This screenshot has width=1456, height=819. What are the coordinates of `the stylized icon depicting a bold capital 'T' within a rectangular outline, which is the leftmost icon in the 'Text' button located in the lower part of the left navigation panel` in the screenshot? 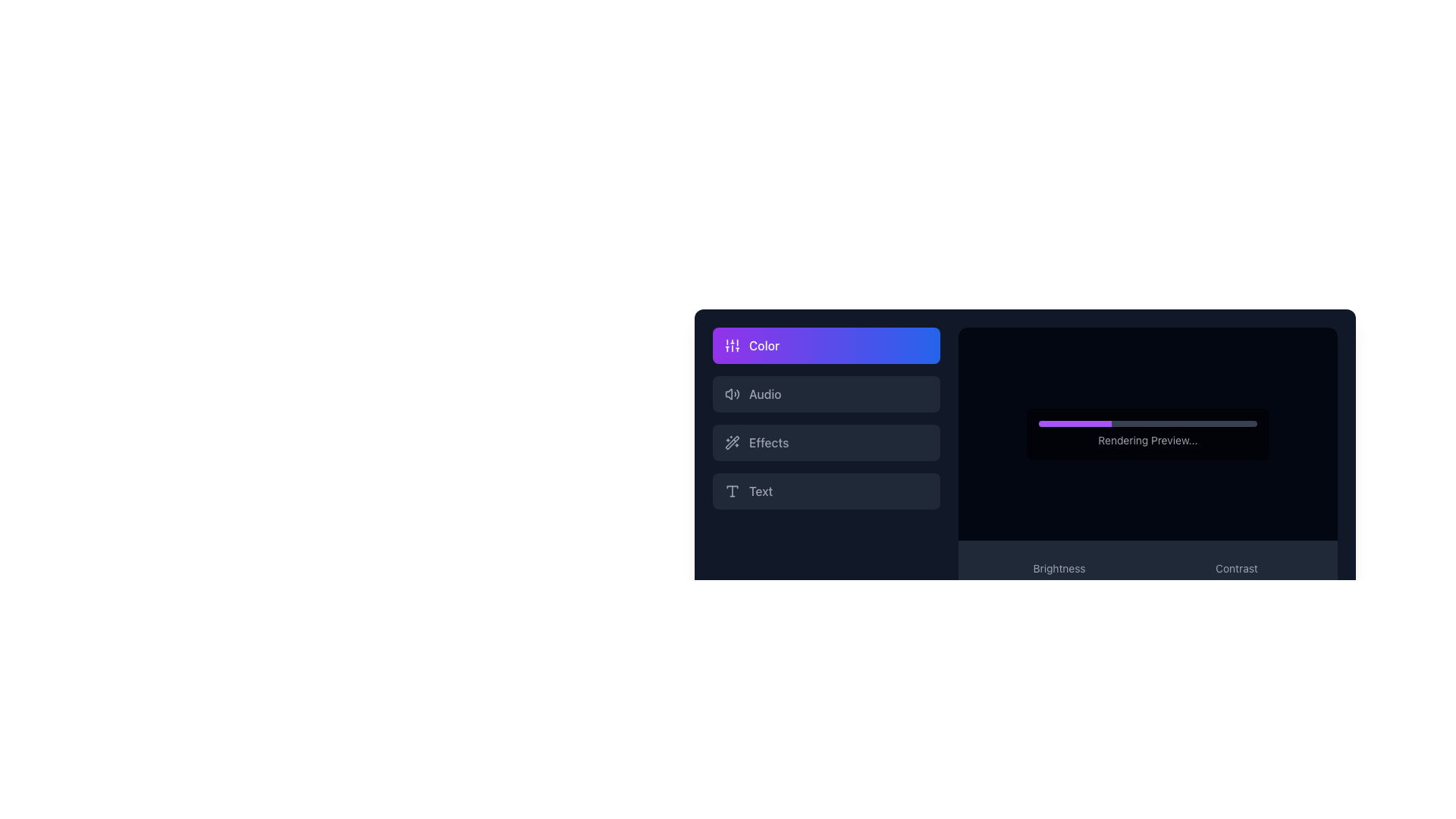 It's located at (732, 491).